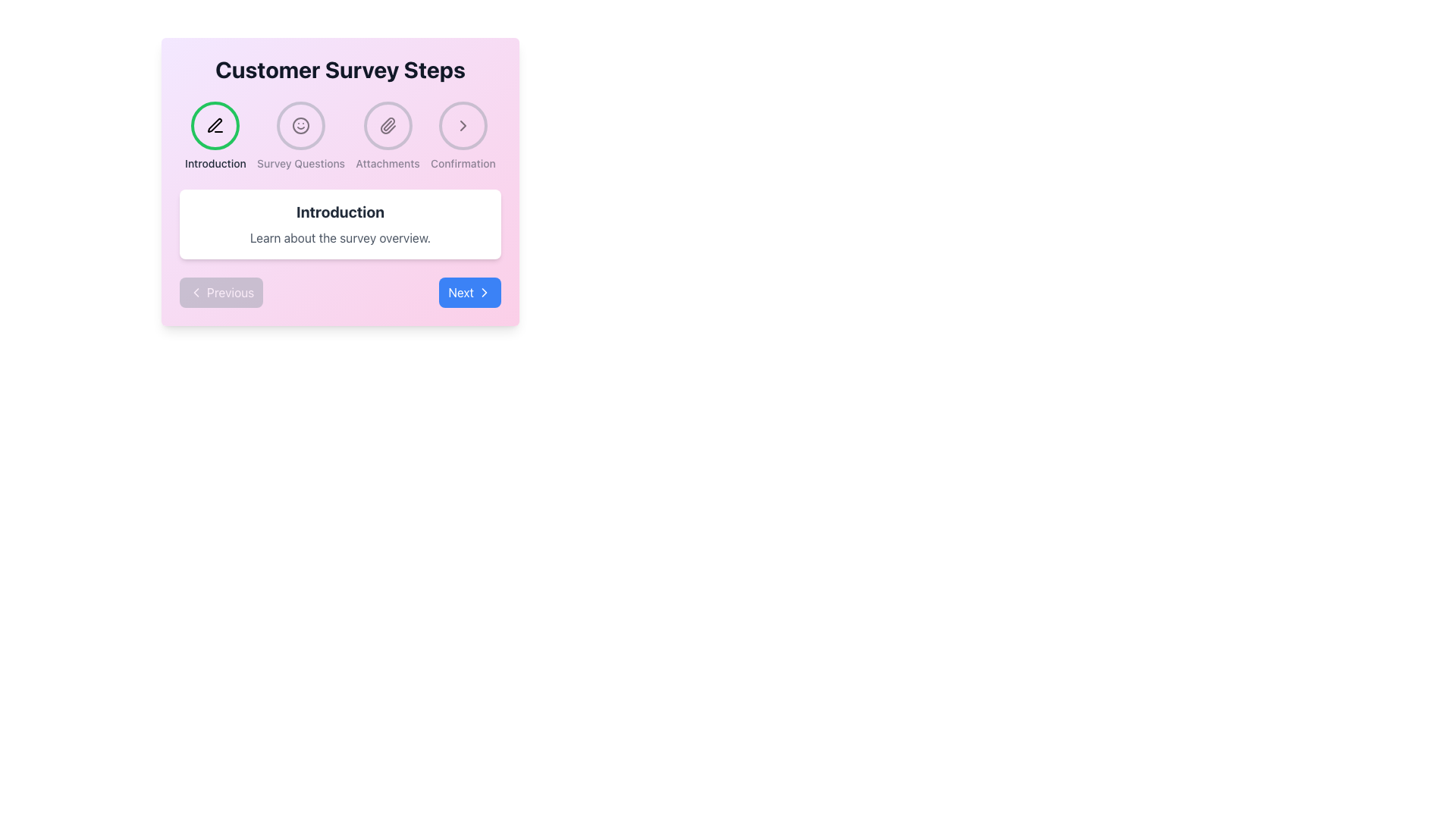 The width and height of the screenshot is (1456, 819). I want to click on the Step Indicator Icon with Label that has a paperclip illustration and is labeled 'Attachments', so click(388, 124).